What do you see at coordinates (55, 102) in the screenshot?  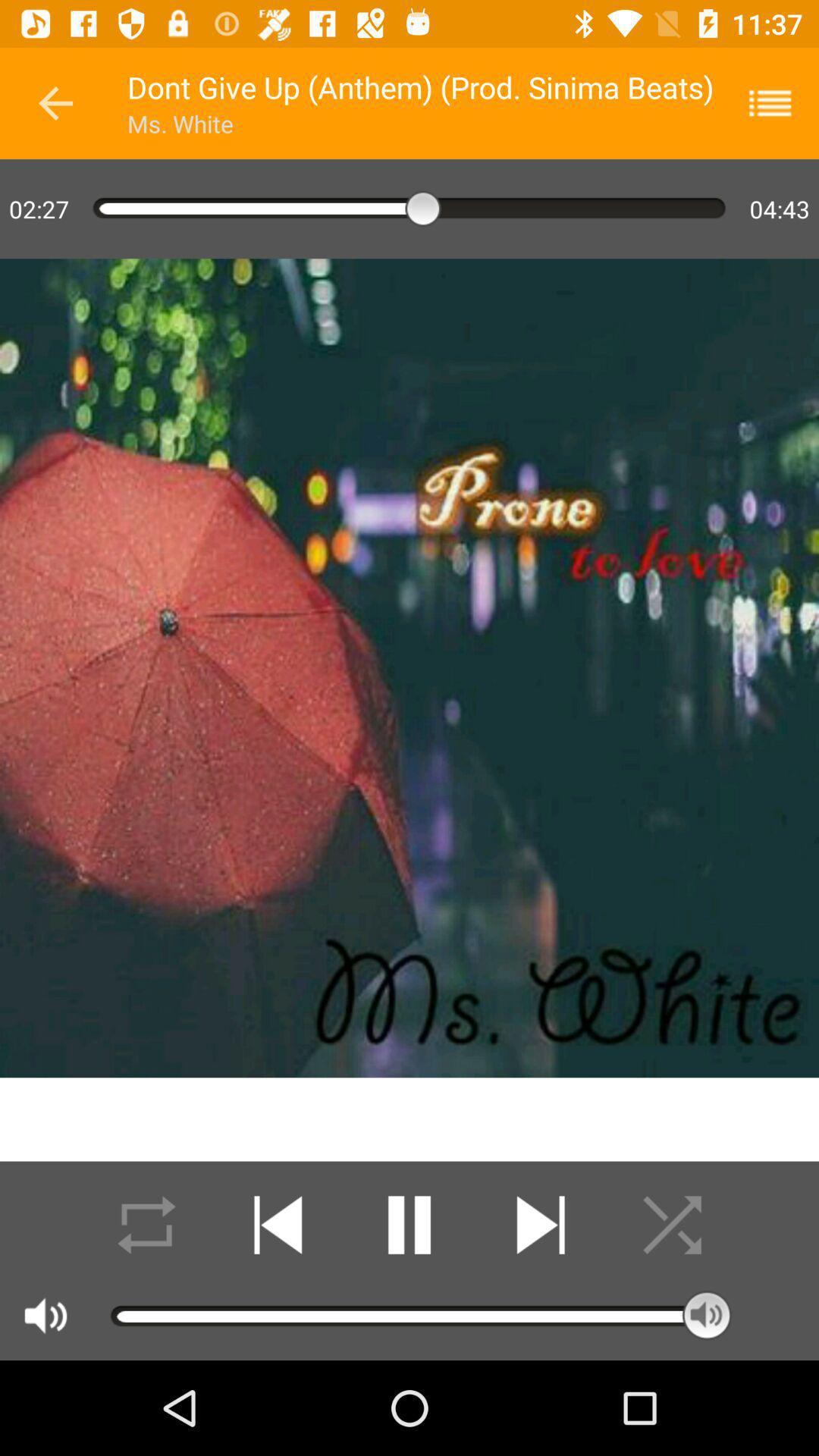 I see `the icon to the left of the dont give up item` at bounding box center [55, 102].